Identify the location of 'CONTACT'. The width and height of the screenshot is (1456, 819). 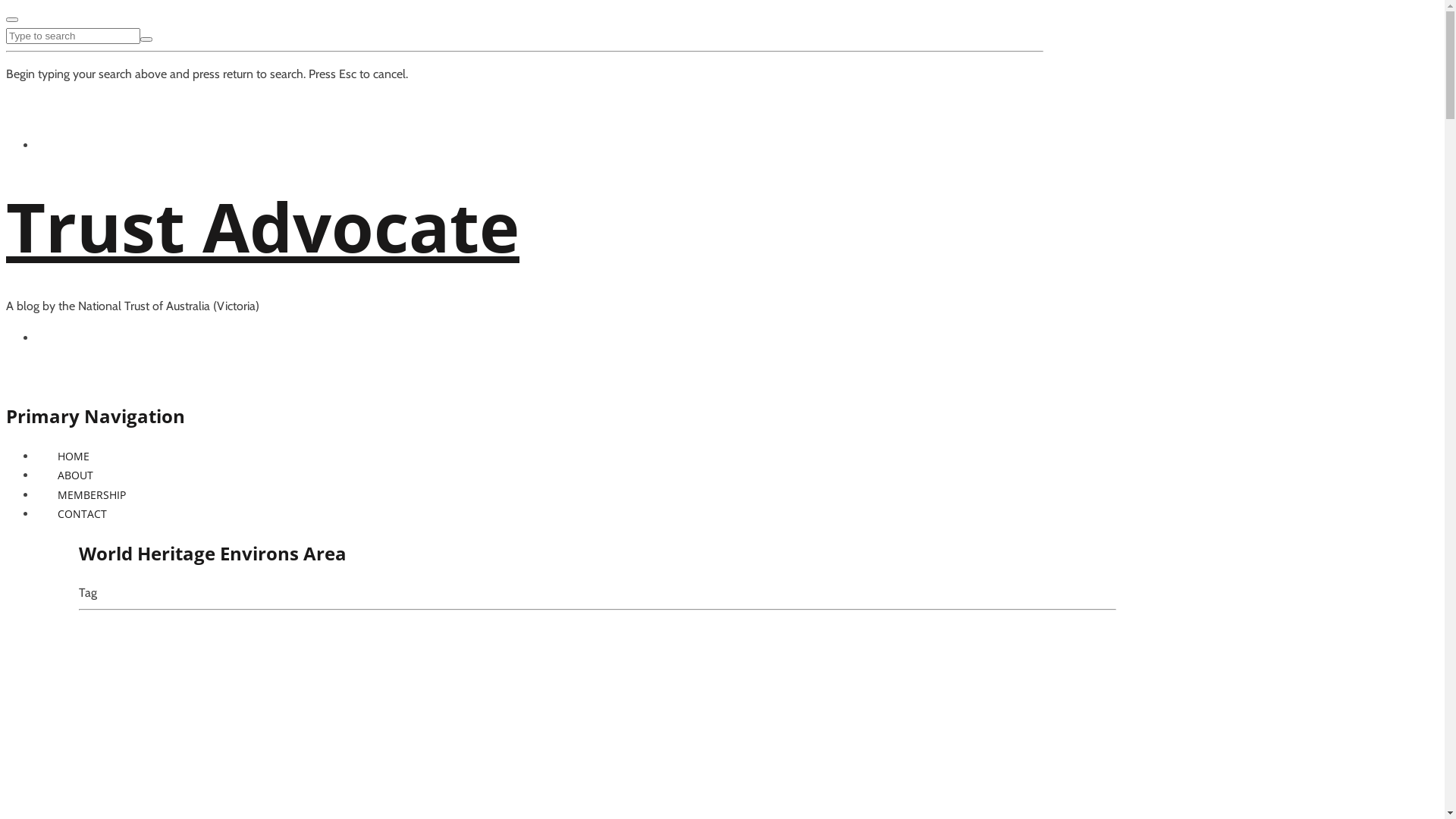
(81, 513).